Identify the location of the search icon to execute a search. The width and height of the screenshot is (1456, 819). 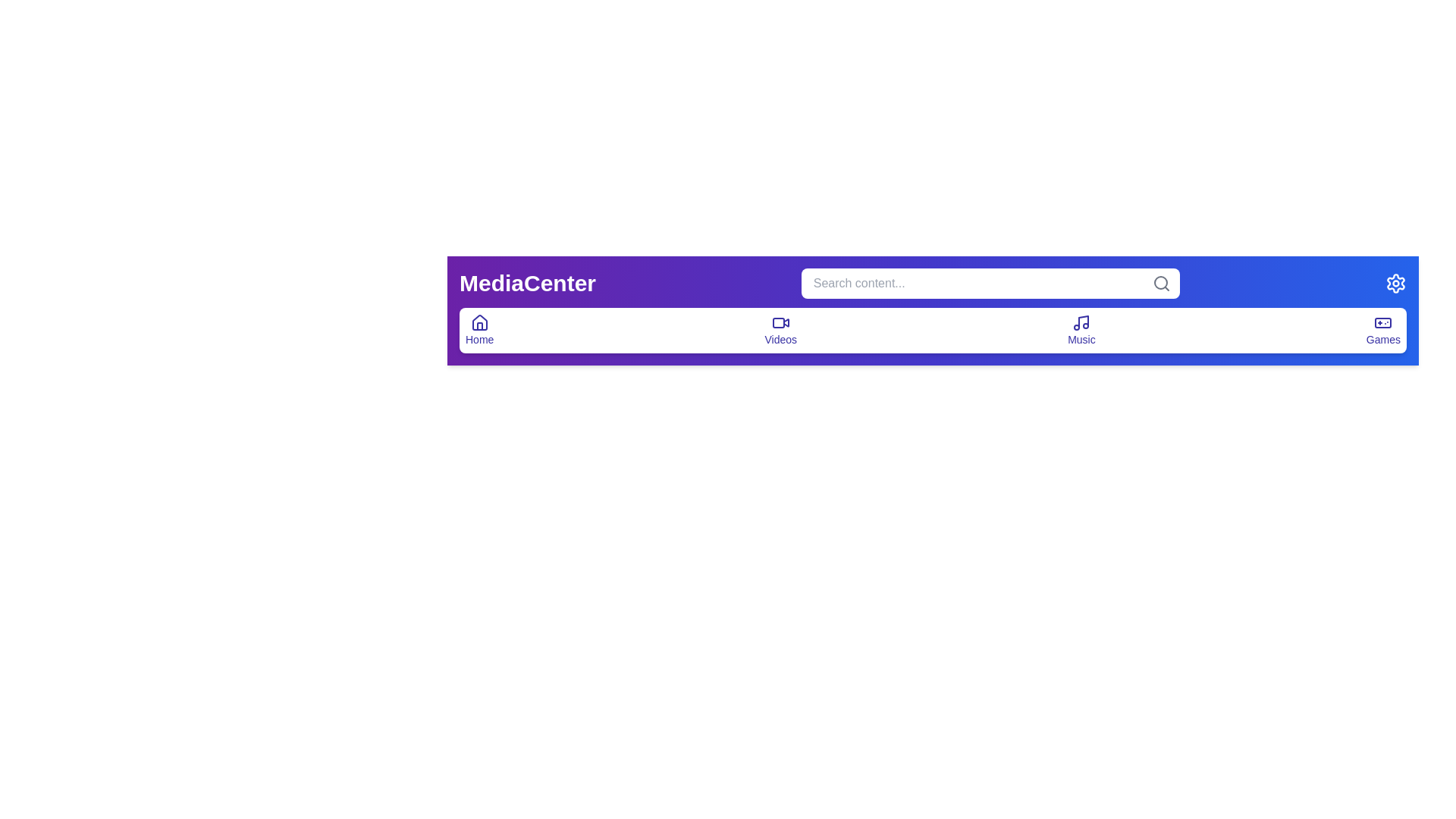
(1160, 284).